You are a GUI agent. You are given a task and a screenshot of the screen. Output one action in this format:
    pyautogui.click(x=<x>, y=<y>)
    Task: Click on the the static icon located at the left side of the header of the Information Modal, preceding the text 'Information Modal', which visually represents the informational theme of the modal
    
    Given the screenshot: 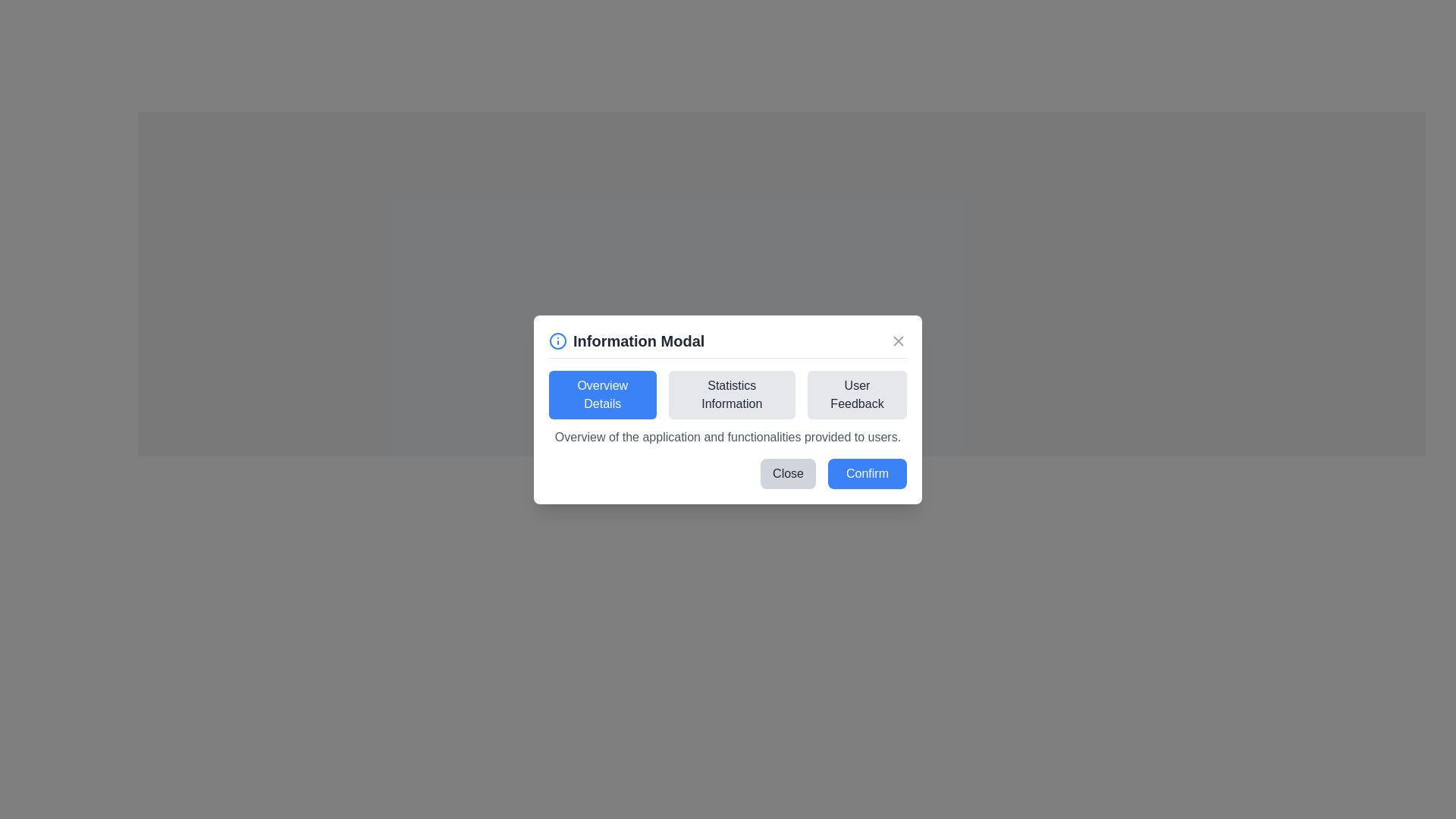 What is the action you would take?
    pyautogui.click(x=557, y=339)
    